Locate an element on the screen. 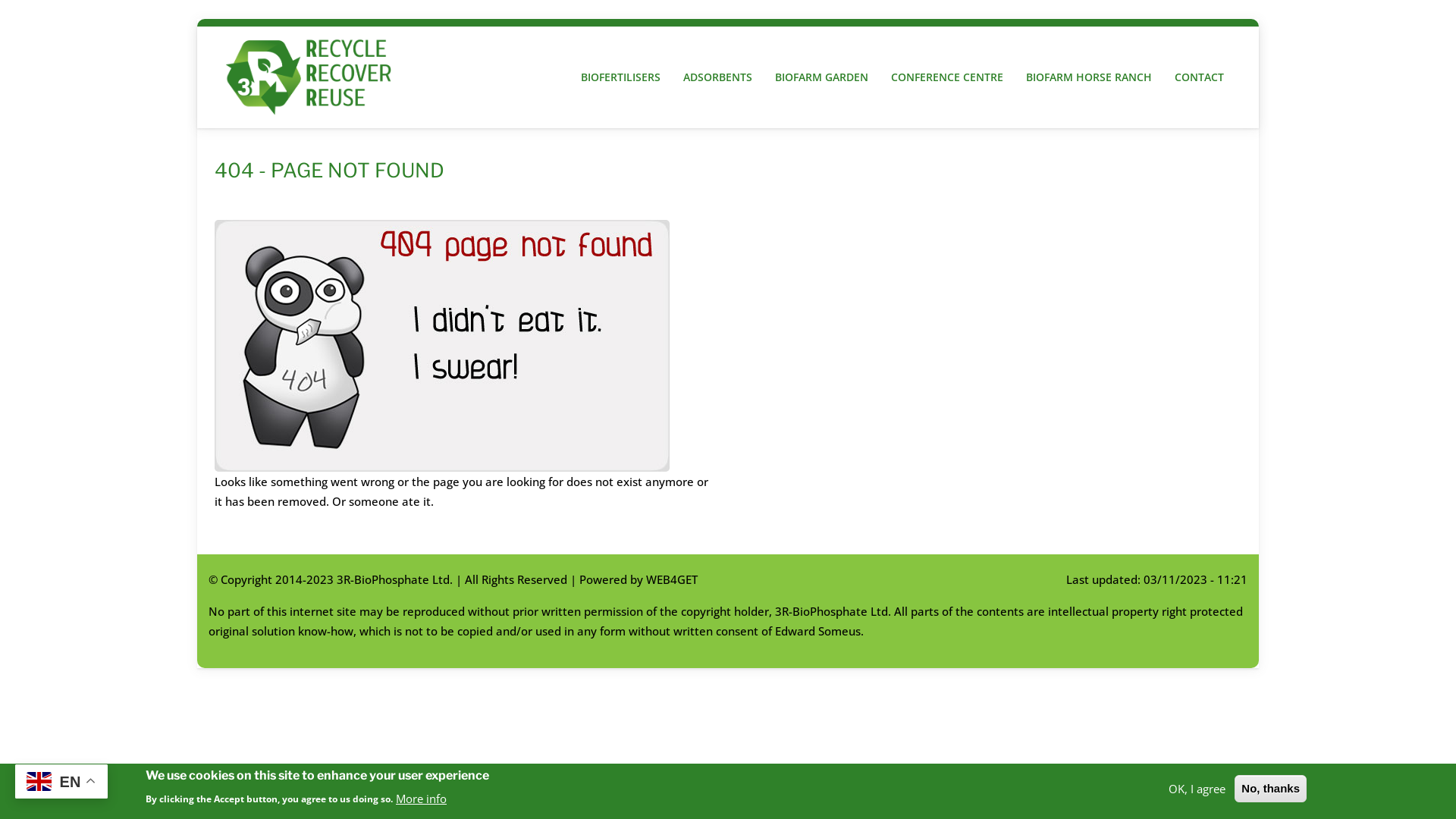 The height and width of the screenshot is (819, 1456). 'WEB4GET' is located at coordinates (671, 579).